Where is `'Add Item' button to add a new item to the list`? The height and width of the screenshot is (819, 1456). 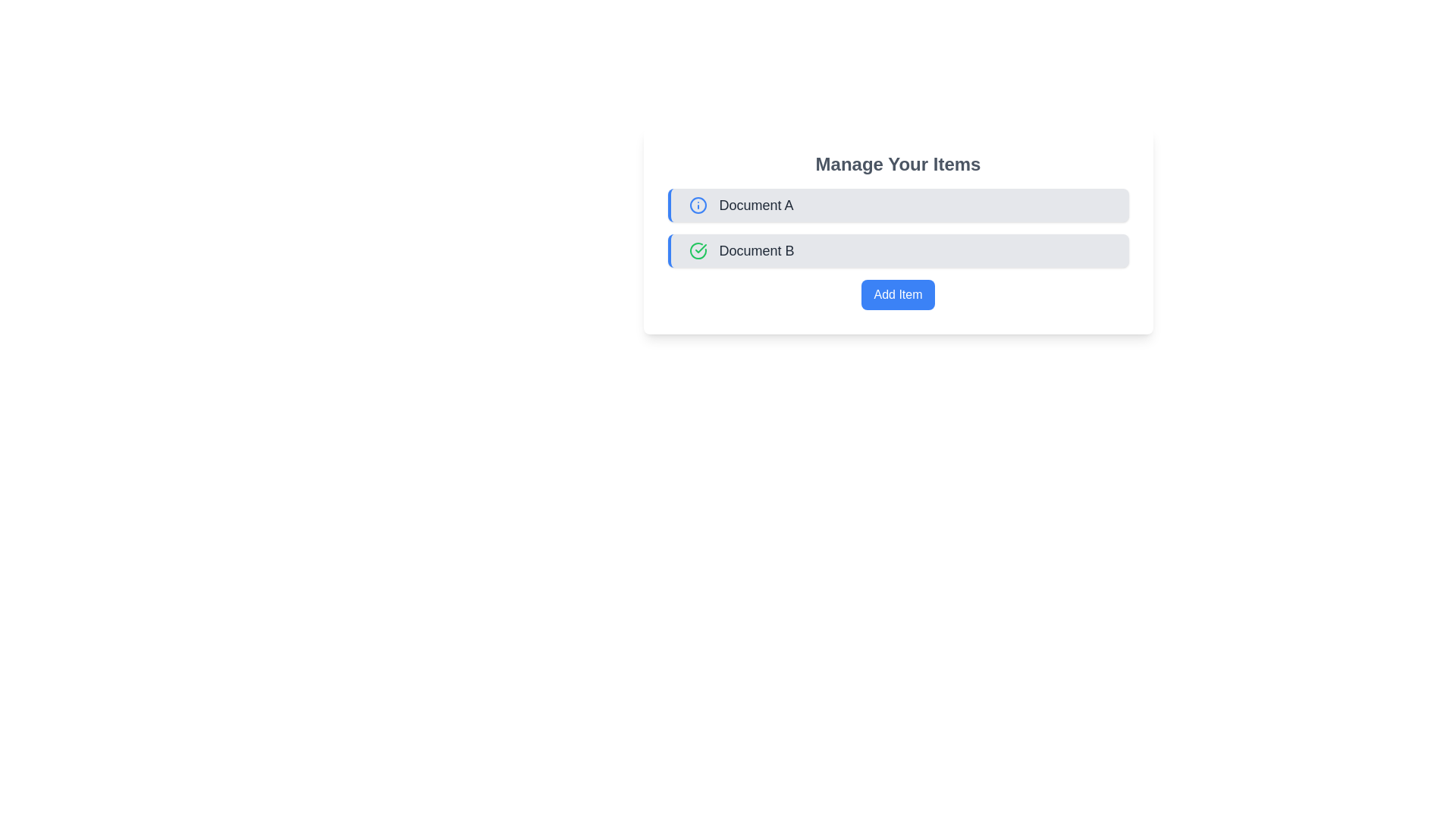
'Add Item' button to add a new item to the list is located at coordinates (898, 295).